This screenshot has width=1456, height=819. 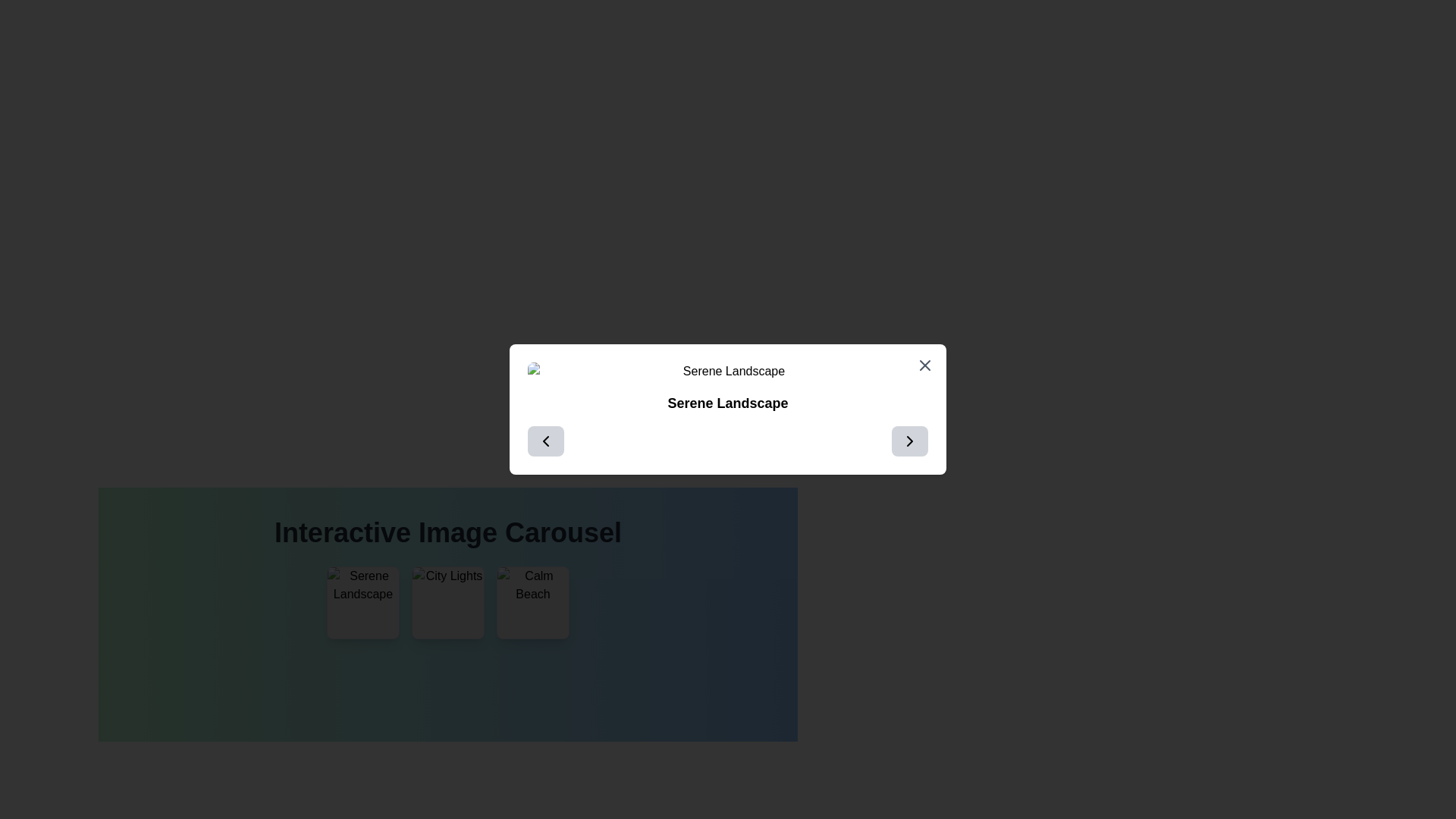 What do you see at coordinates (728, 409) in the screenshot?
I see `the centered modal popup with a white background, rounded corners, and shadowed edges` at bounding box center [728, 409].